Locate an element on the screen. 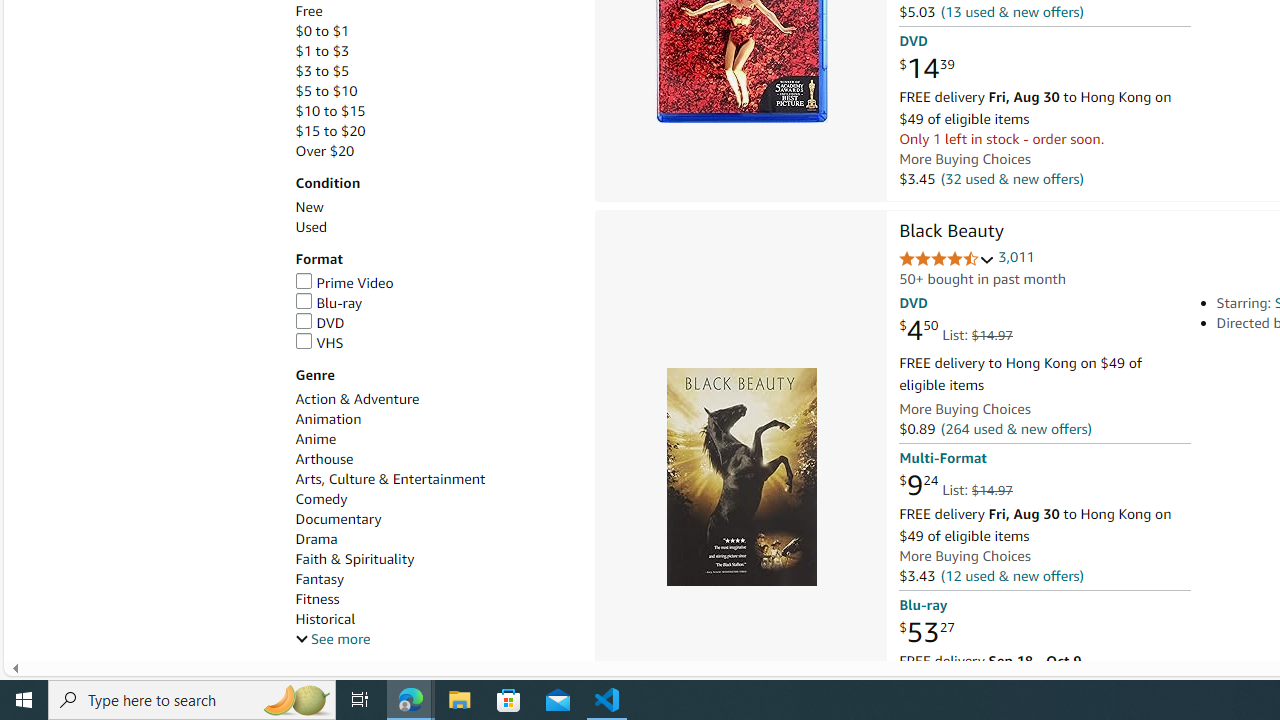  'Documentary' is located at coordinates (337, 518).